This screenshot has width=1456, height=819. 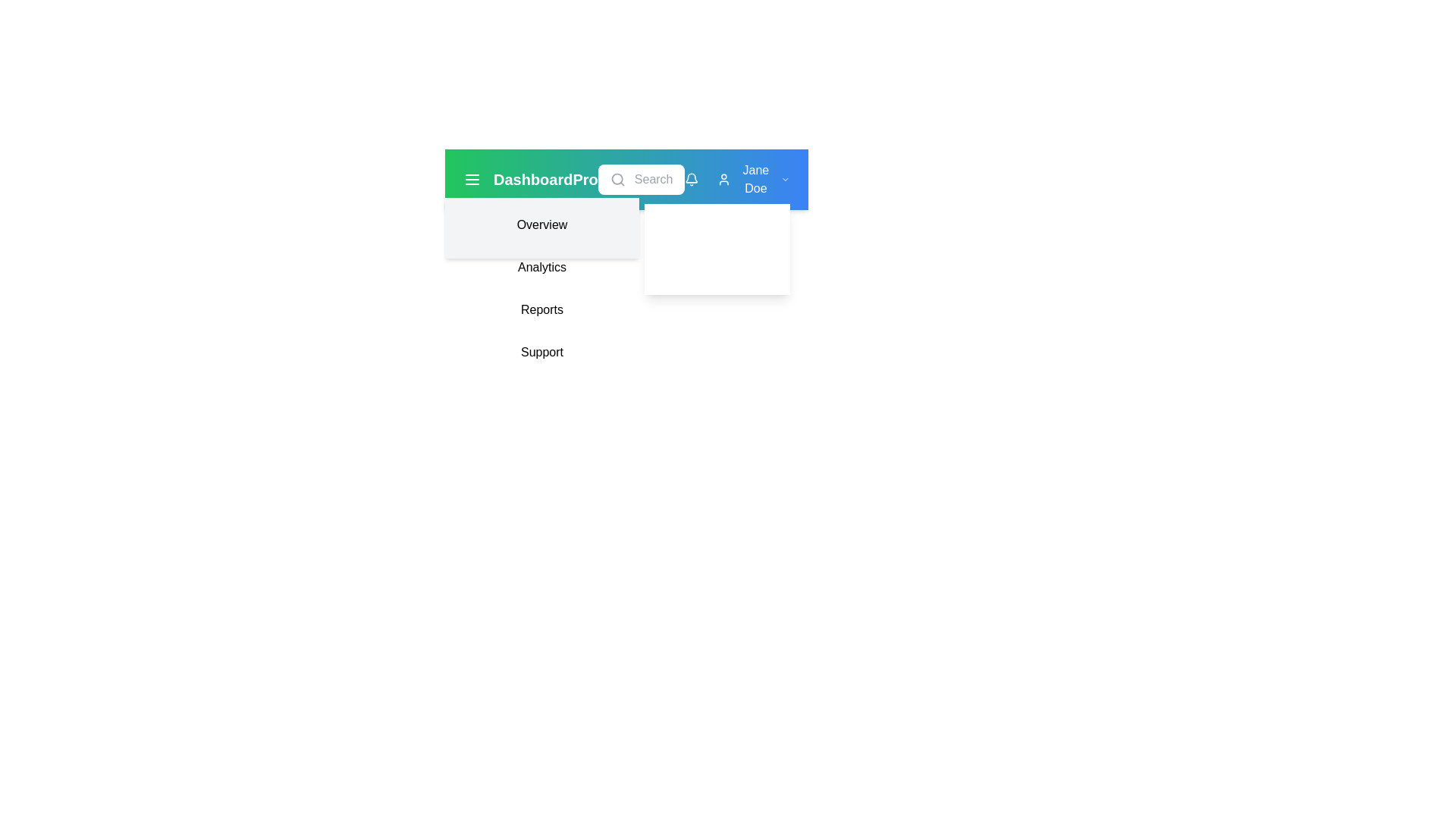 What do you see at coordinates (753, 178) in the screenshot?
I see `the user profile Dropdown-trigger element located in the top-right section of the interface` at bounding box center [753, 178].